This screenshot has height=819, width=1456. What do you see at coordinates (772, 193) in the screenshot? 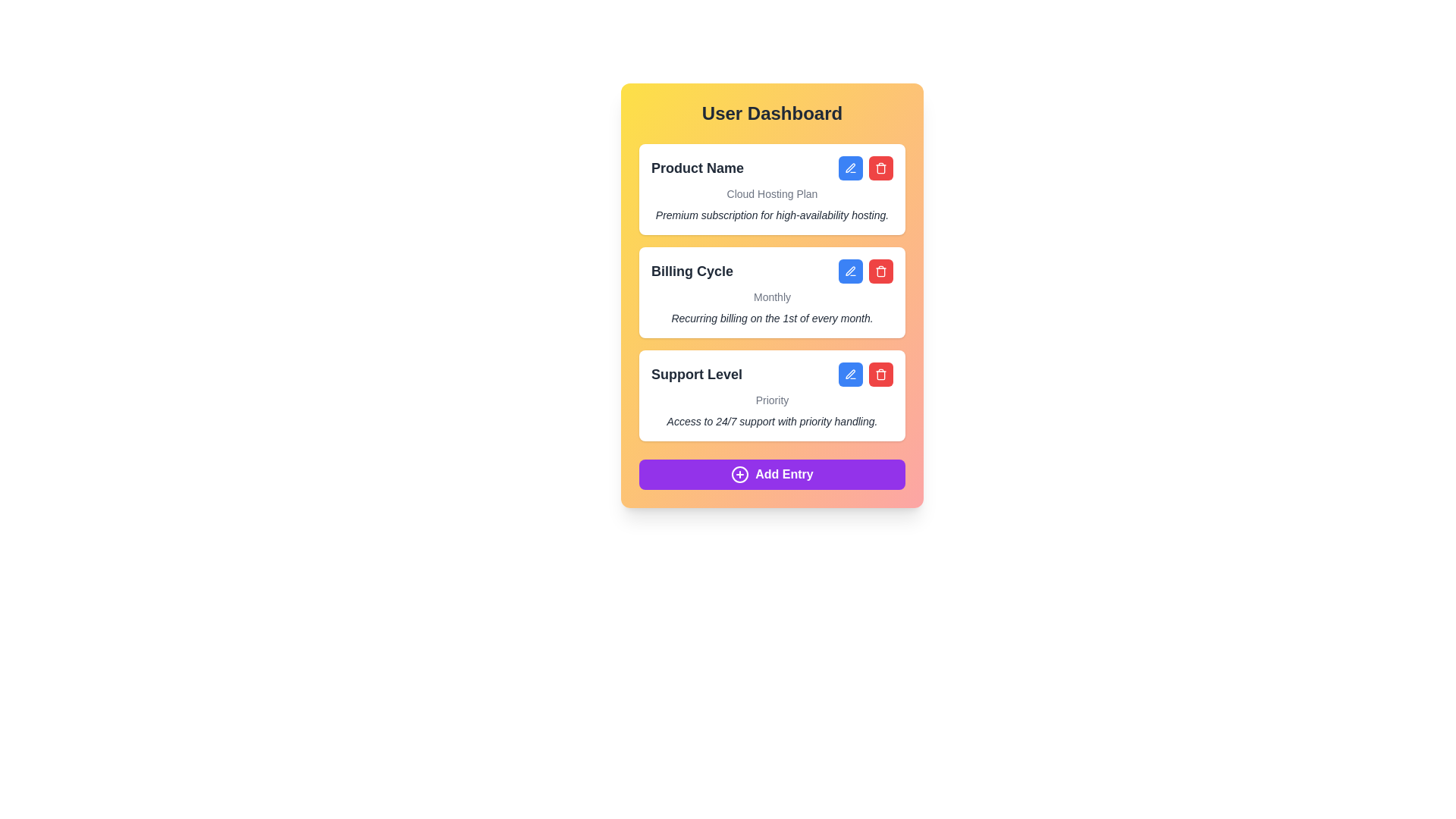
I see `the static text element that displays the name of the hosting plan, located below the 'Product Name' heading and above the description text in the User Dashboard` at bounding box center [772, 193].